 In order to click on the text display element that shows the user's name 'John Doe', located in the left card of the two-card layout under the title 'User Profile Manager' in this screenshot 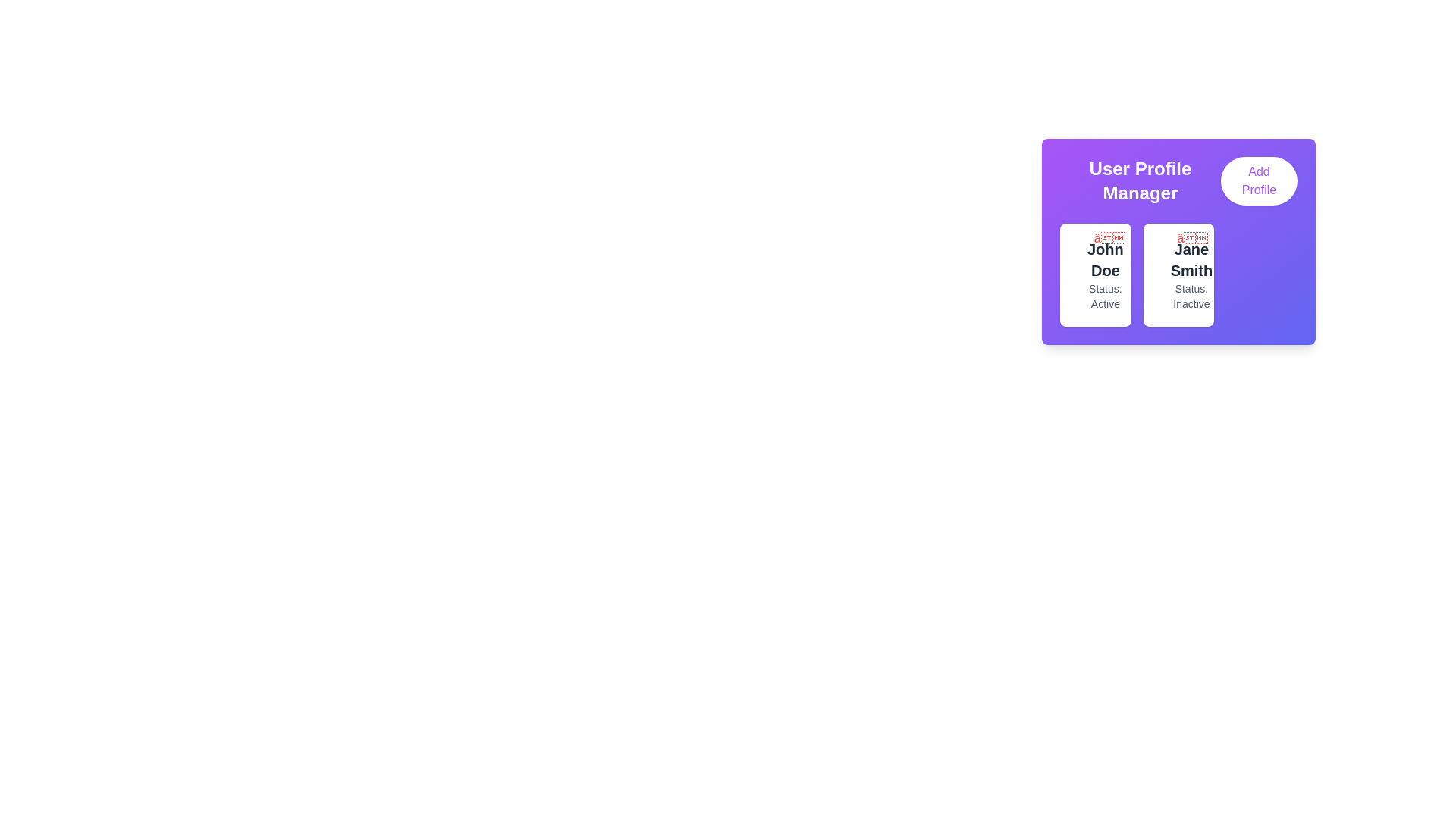, I will do `click(1105, 259)`.